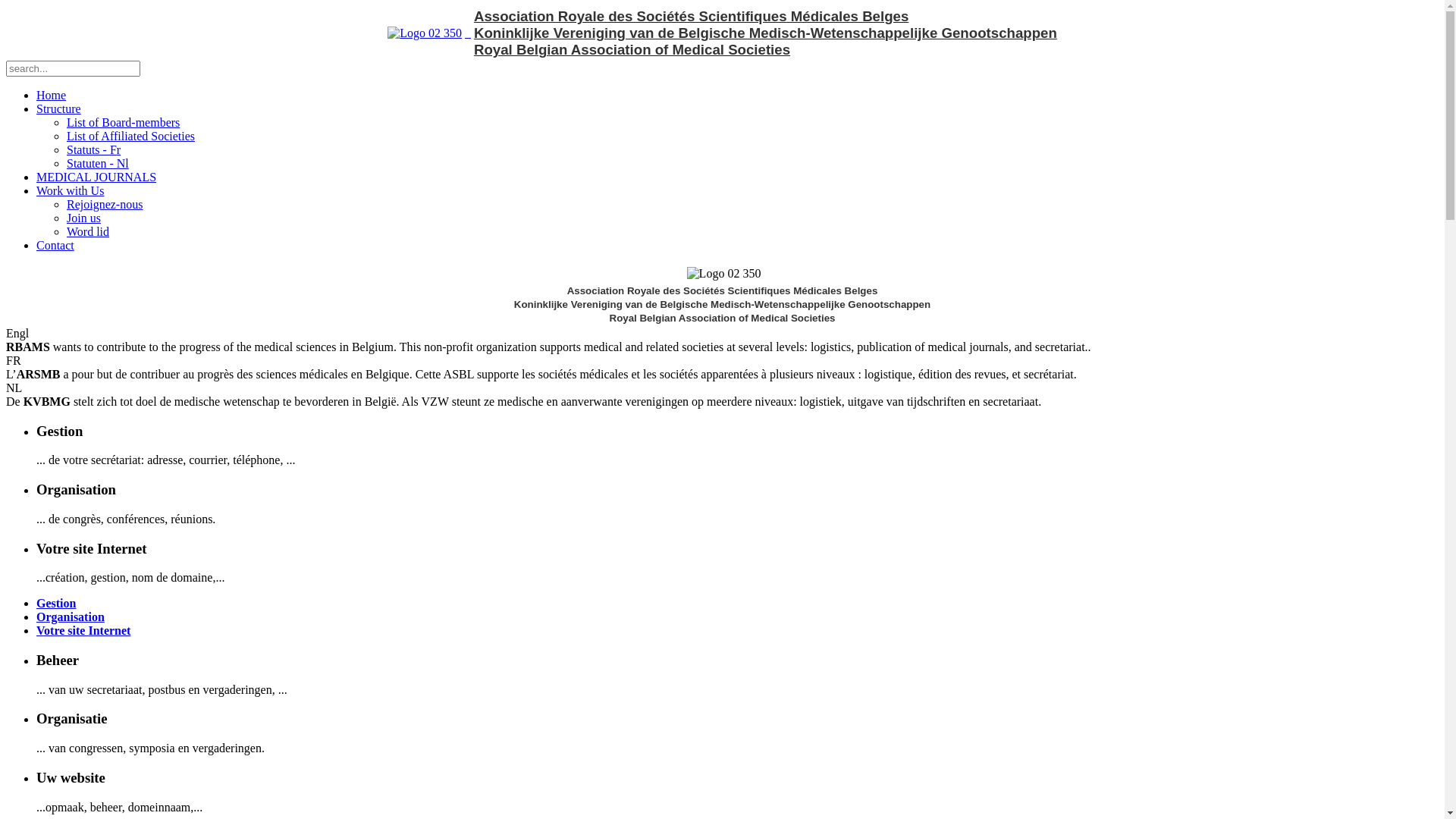 The image size is (1456, 819). Describe the element at coordinates (123, 121) in the screenshot. I see `'List of Board-members'` at that location.